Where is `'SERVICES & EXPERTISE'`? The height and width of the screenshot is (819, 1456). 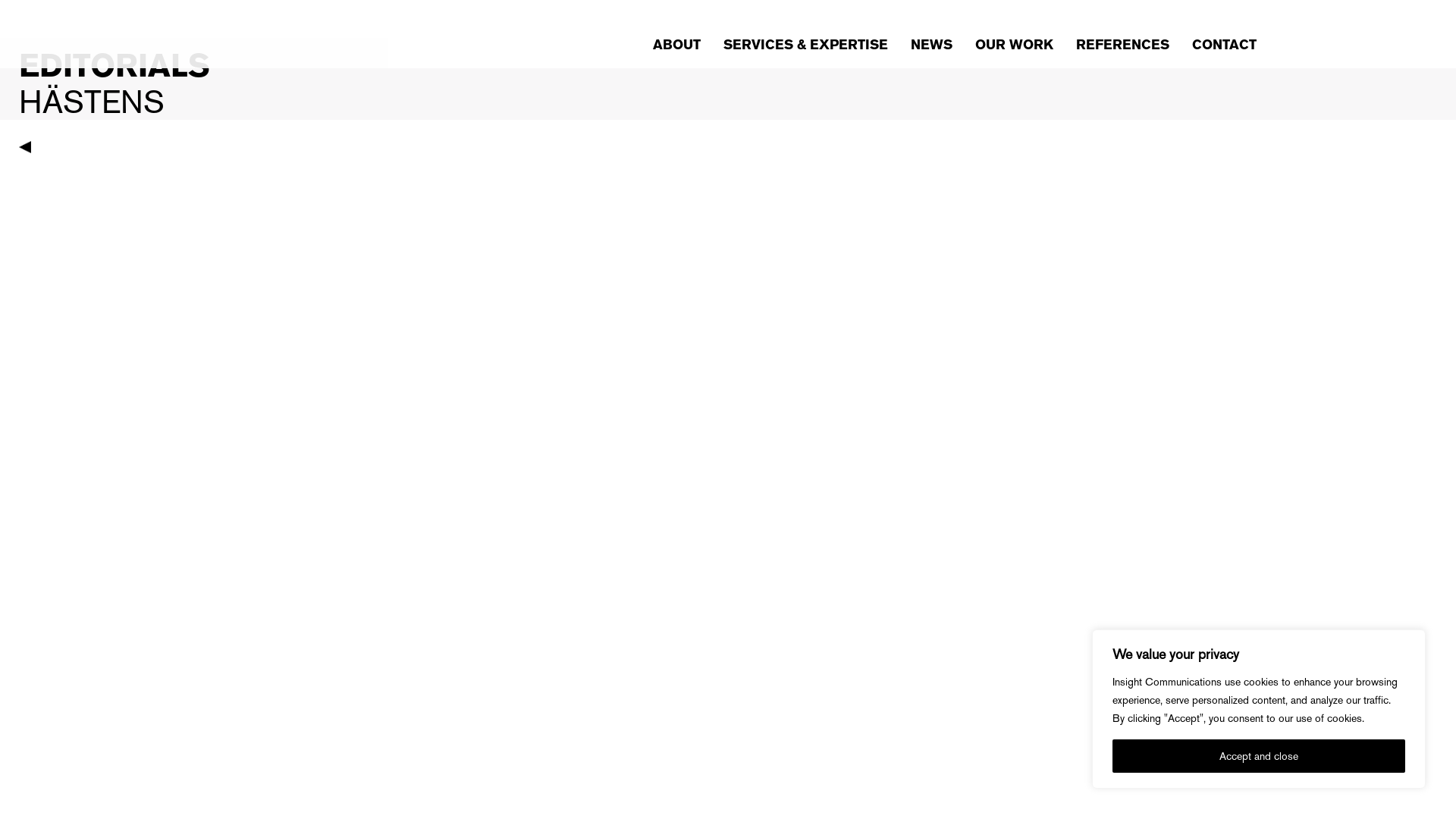 'SERVICES & EXPERTISE' is located at coordinates (805, 47).